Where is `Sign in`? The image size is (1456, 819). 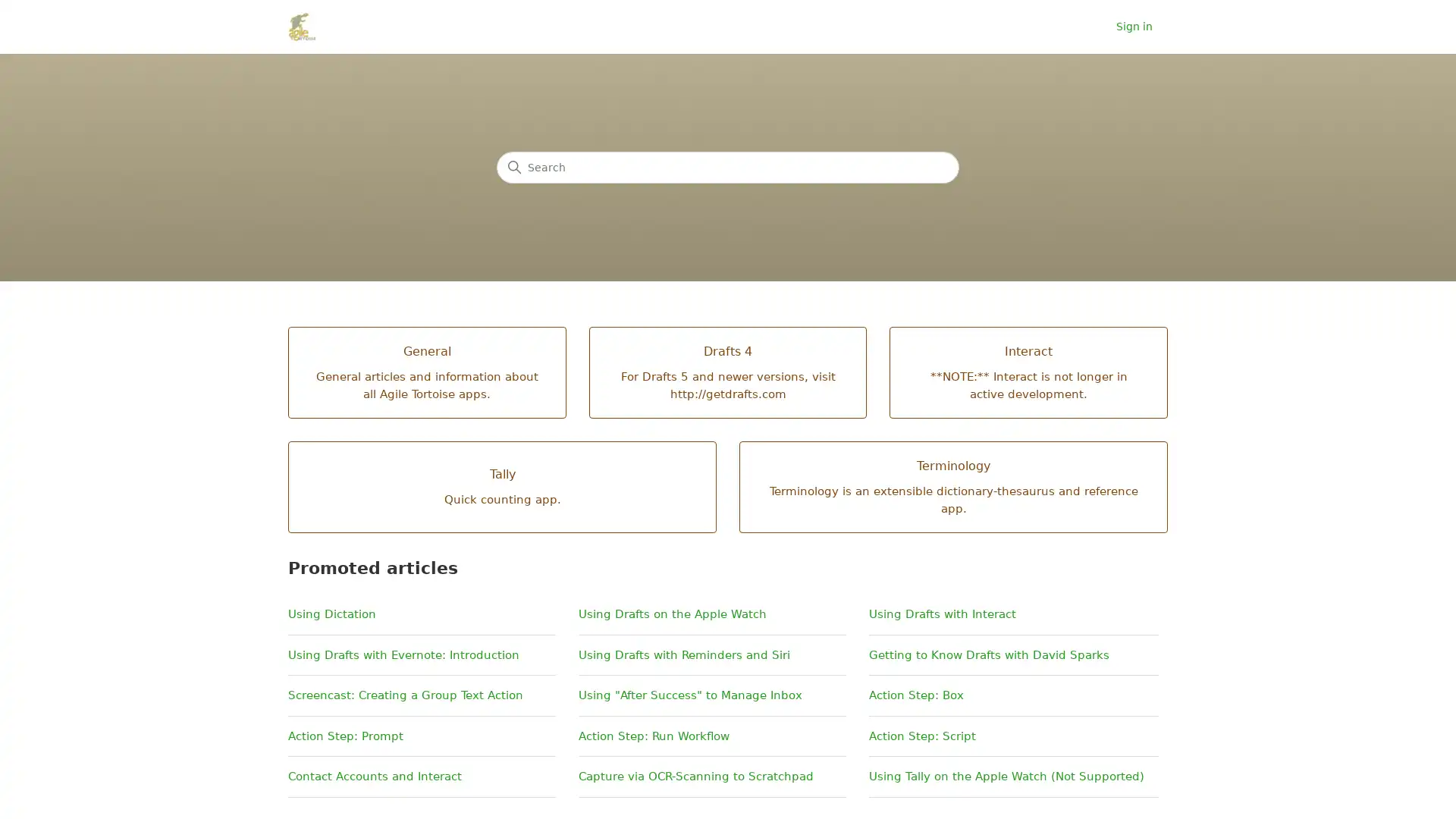
Sign in is located at coordinates (1142, 27).